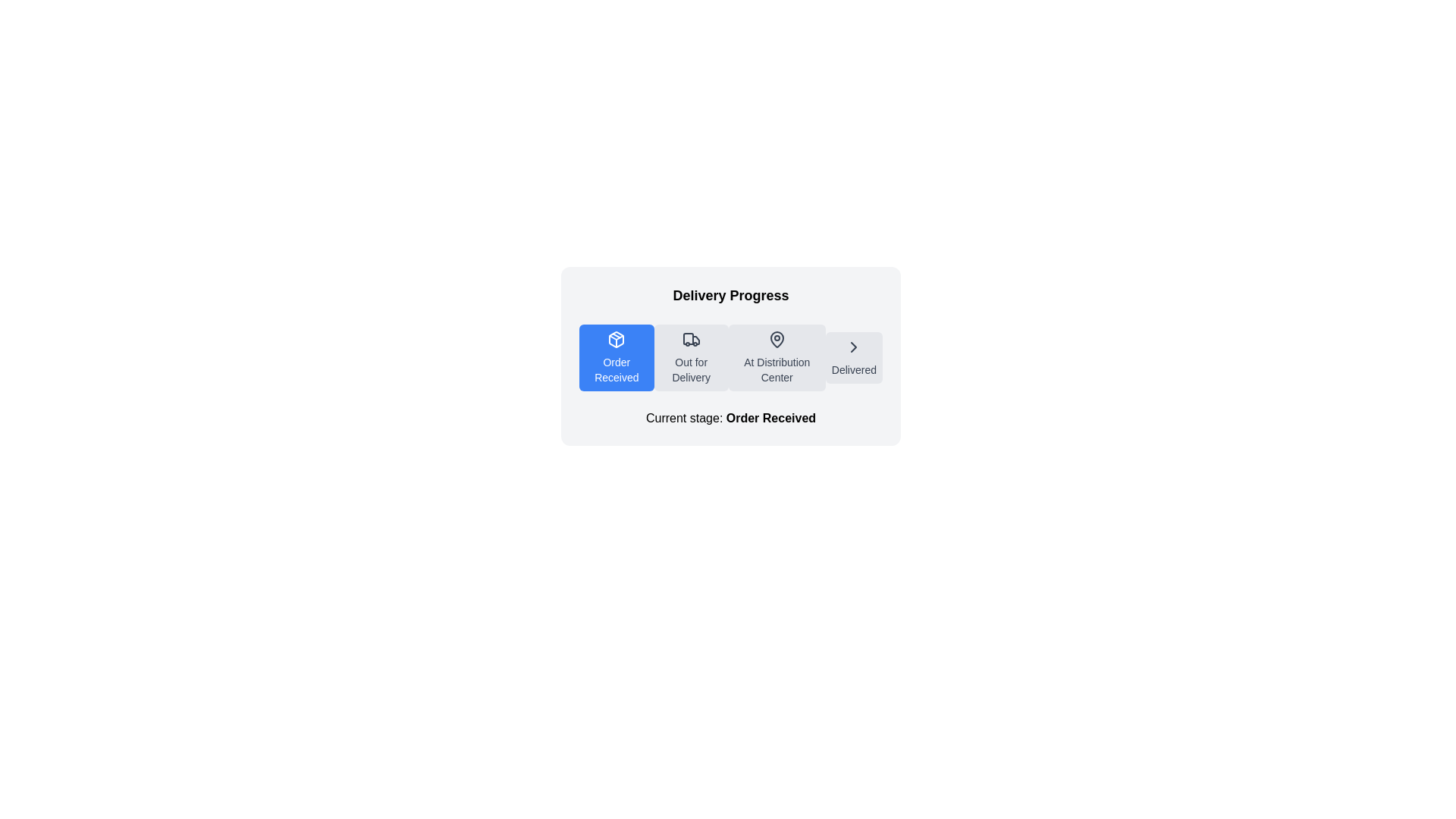 This screenshot has width=1456, height=819. What do you see at coordinates (617, 370) in the screenshot?
I see `the text label reading 'Order Received', which is styled with a small white font on a blue background, located in the first section of the delivery progress tracker` at bounding box center [617, 370].